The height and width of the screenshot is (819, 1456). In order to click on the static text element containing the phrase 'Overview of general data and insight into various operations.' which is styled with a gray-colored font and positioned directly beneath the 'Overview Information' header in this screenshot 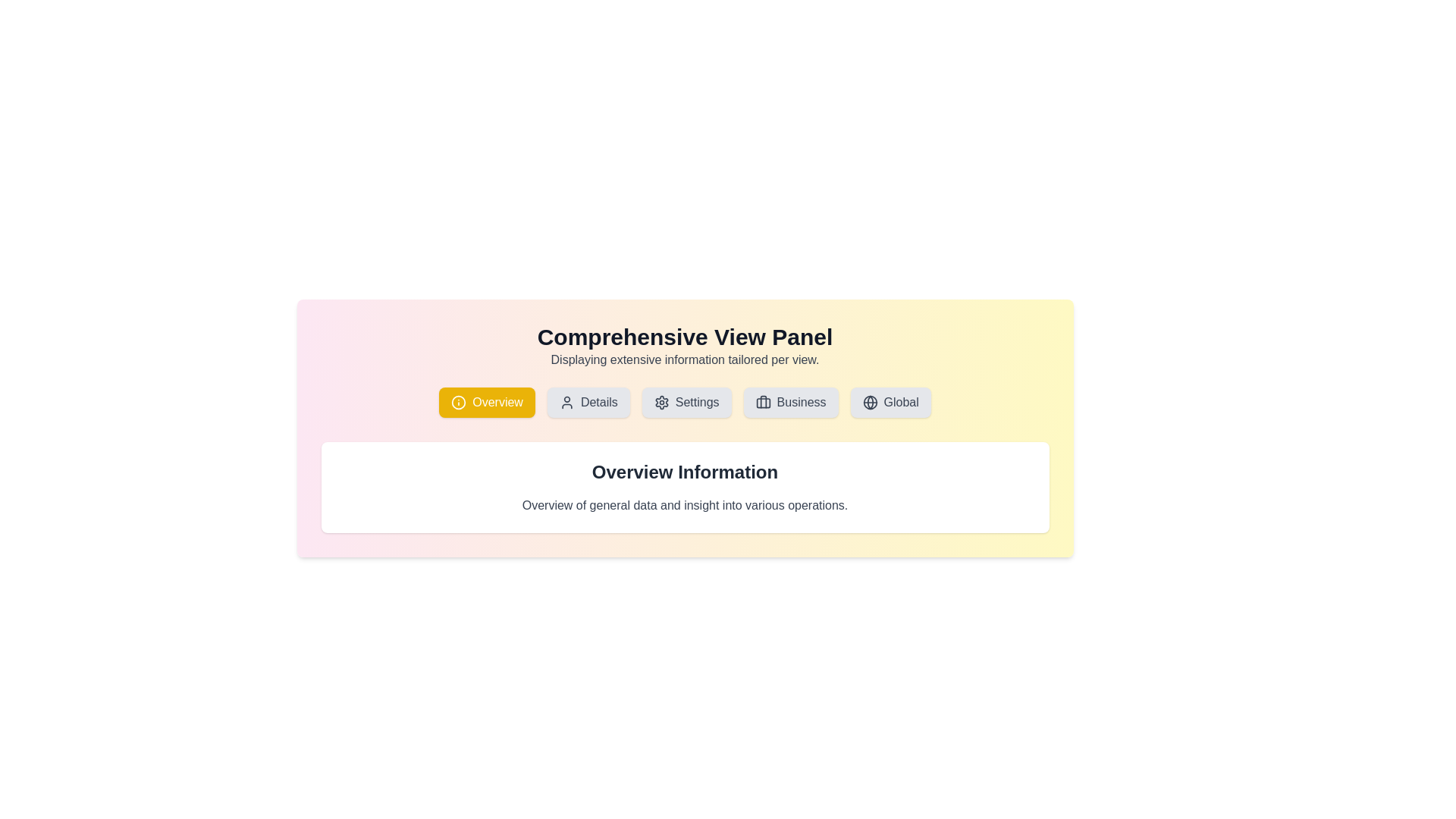, I will do `click(684, 506)`.